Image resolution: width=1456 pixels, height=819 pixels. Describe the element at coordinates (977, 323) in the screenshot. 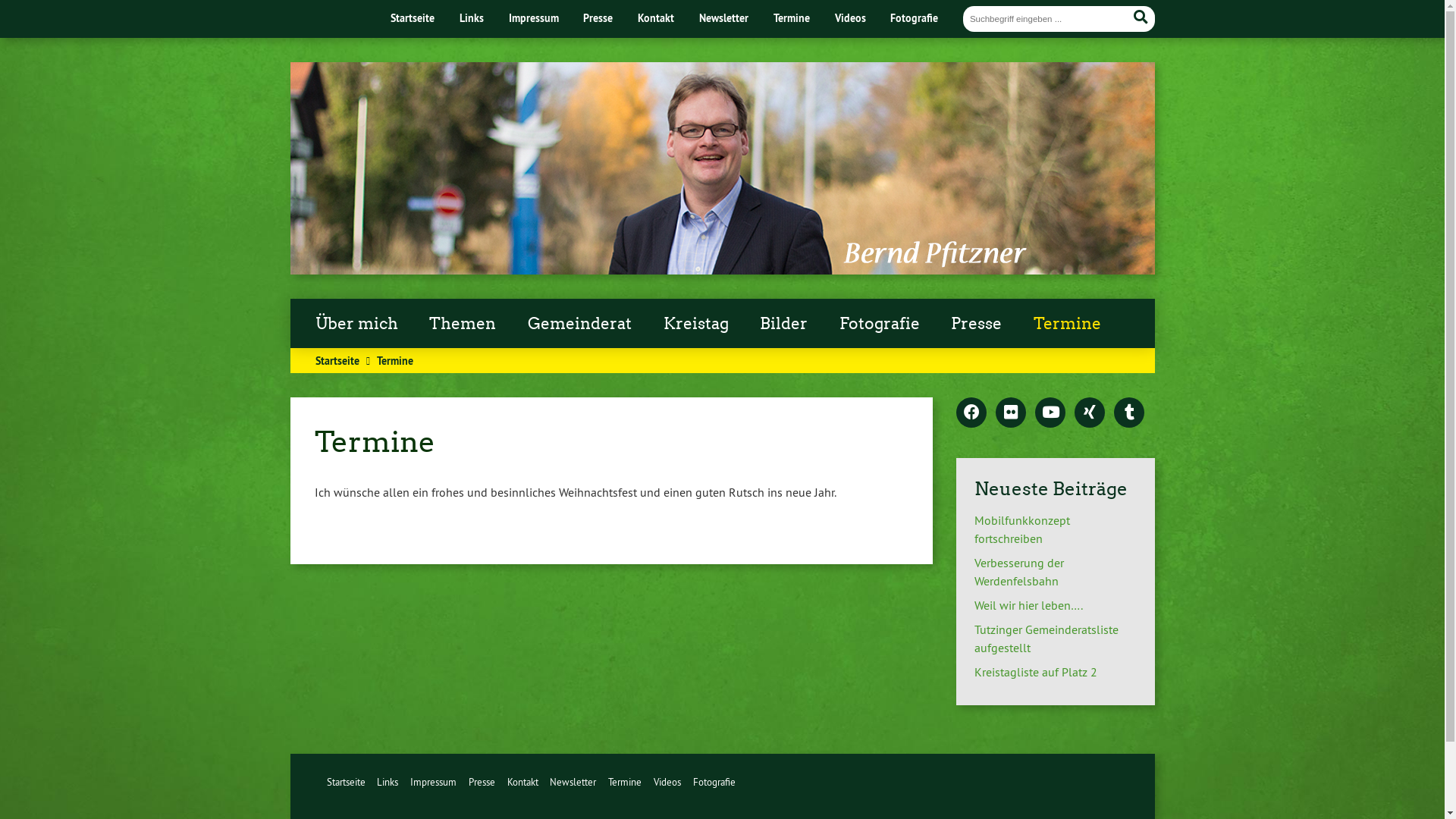

I see `'Presse'` at that location.